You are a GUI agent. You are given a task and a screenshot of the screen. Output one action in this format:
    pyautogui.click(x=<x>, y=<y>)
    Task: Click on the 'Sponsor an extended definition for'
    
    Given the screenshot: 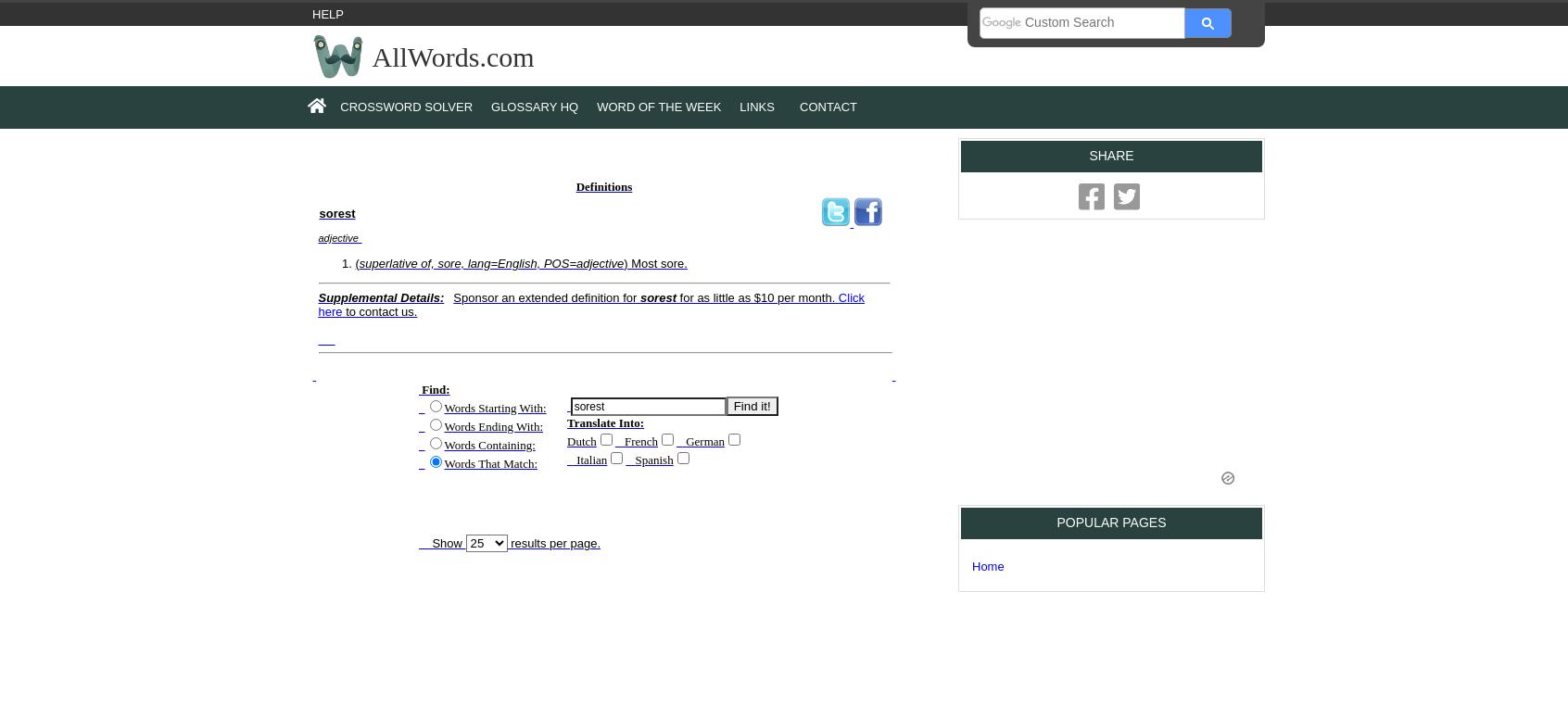 What is the action you would take?
    pyautogui.click(x=451, y=296)
    